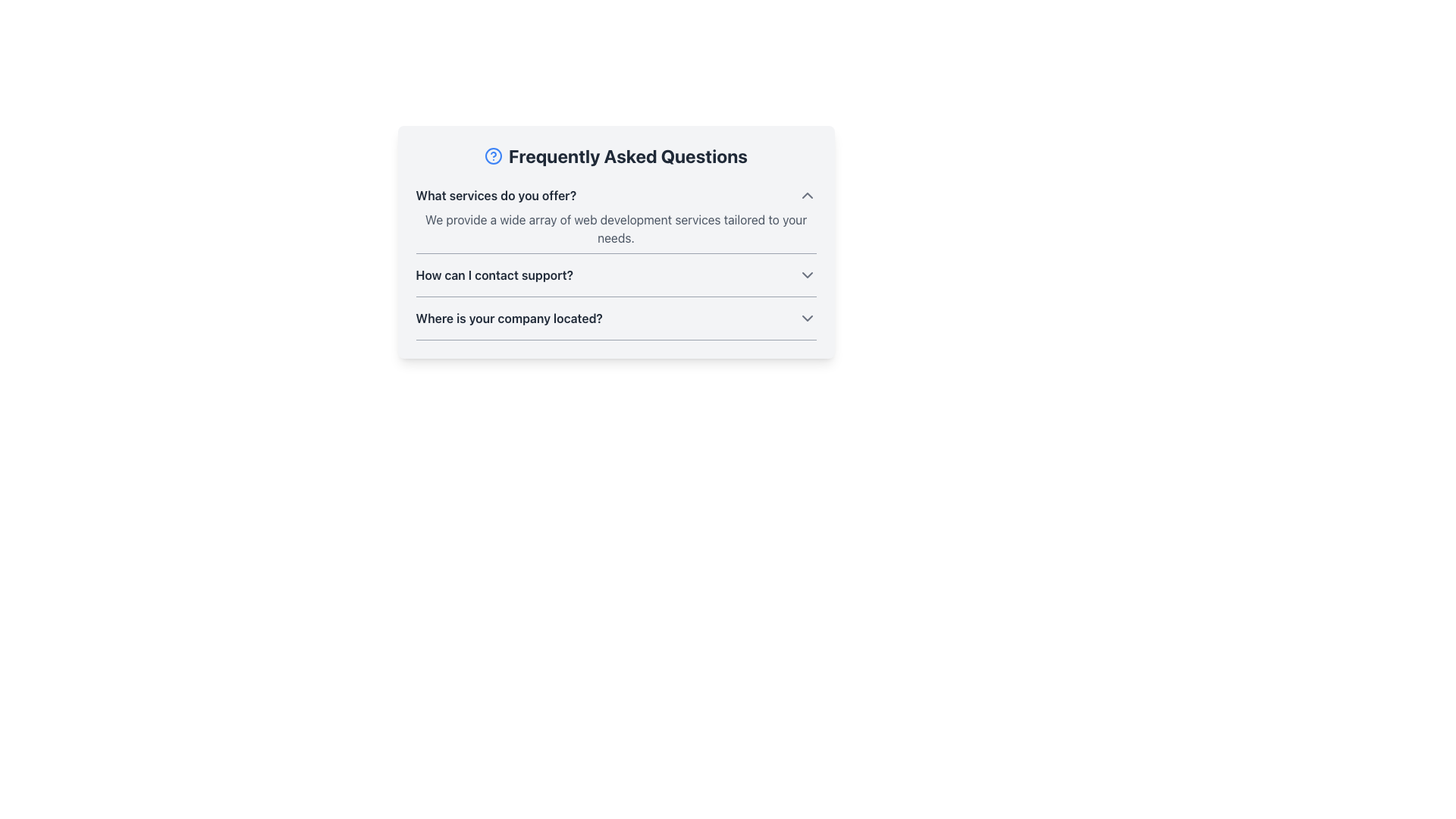 This screenshot has height=819, width=1456. Describe the element at coordinates (494, 155) in the screenshot. I see `the help or FAQ icon located to the left of the 'Frequently Asked Questions' title in the application's header` at that location.